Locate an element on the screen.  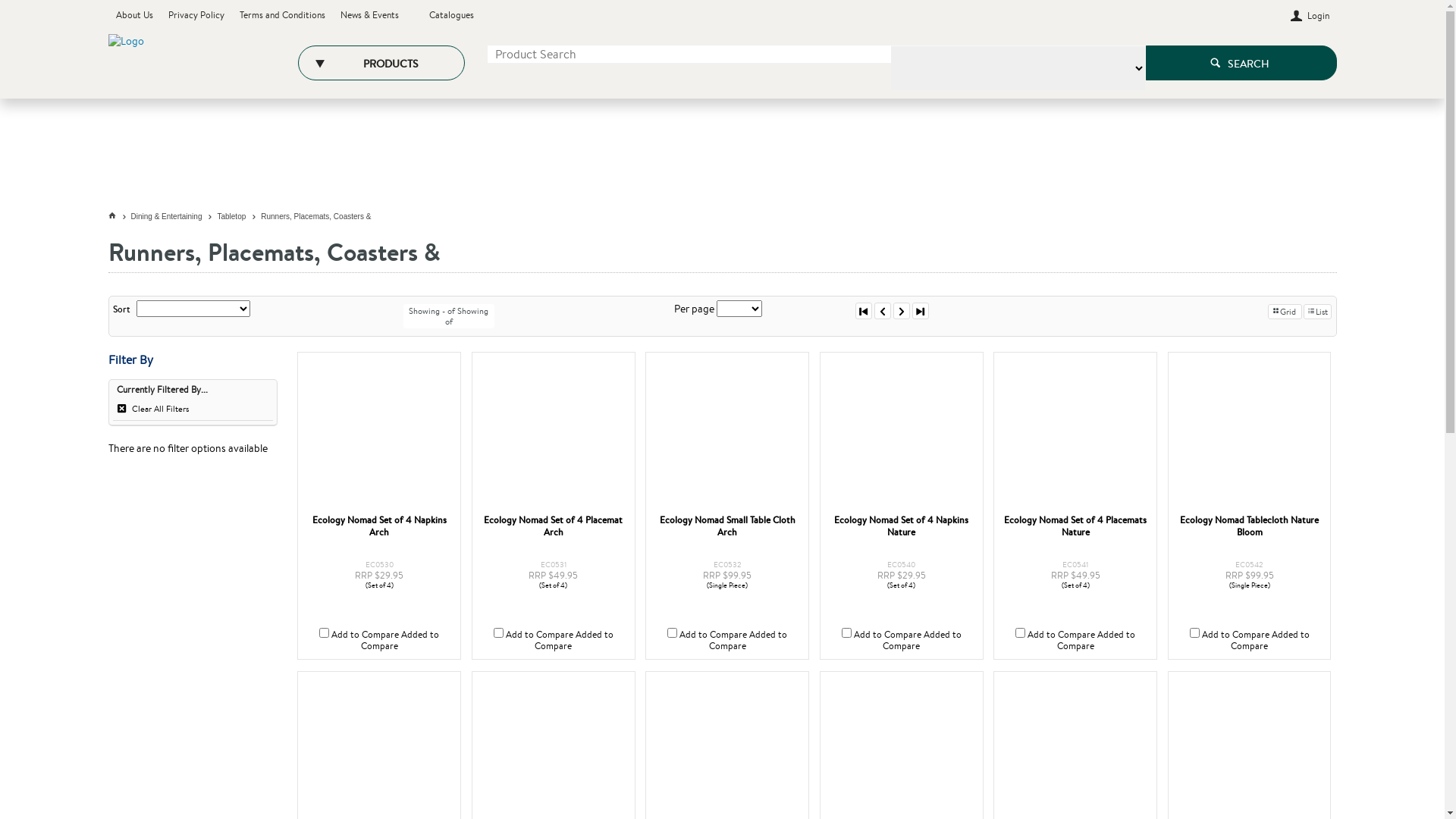
'Add to Compare' is located at coordinates (330, 634).